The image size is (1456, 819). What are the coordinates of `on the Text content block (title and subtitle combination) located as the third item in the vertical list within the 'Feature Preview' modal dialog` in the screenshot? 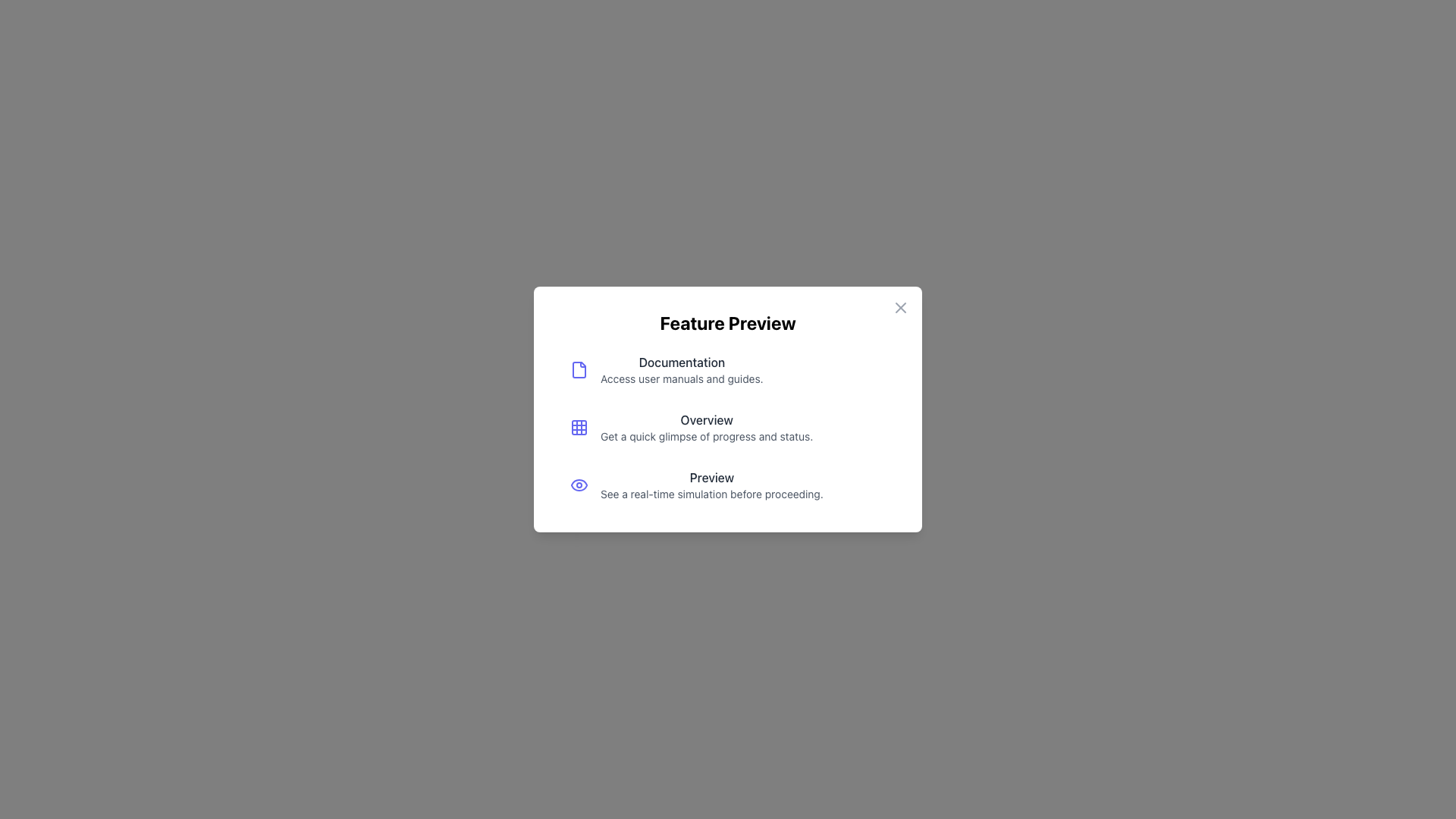 It's located at (711, 485).